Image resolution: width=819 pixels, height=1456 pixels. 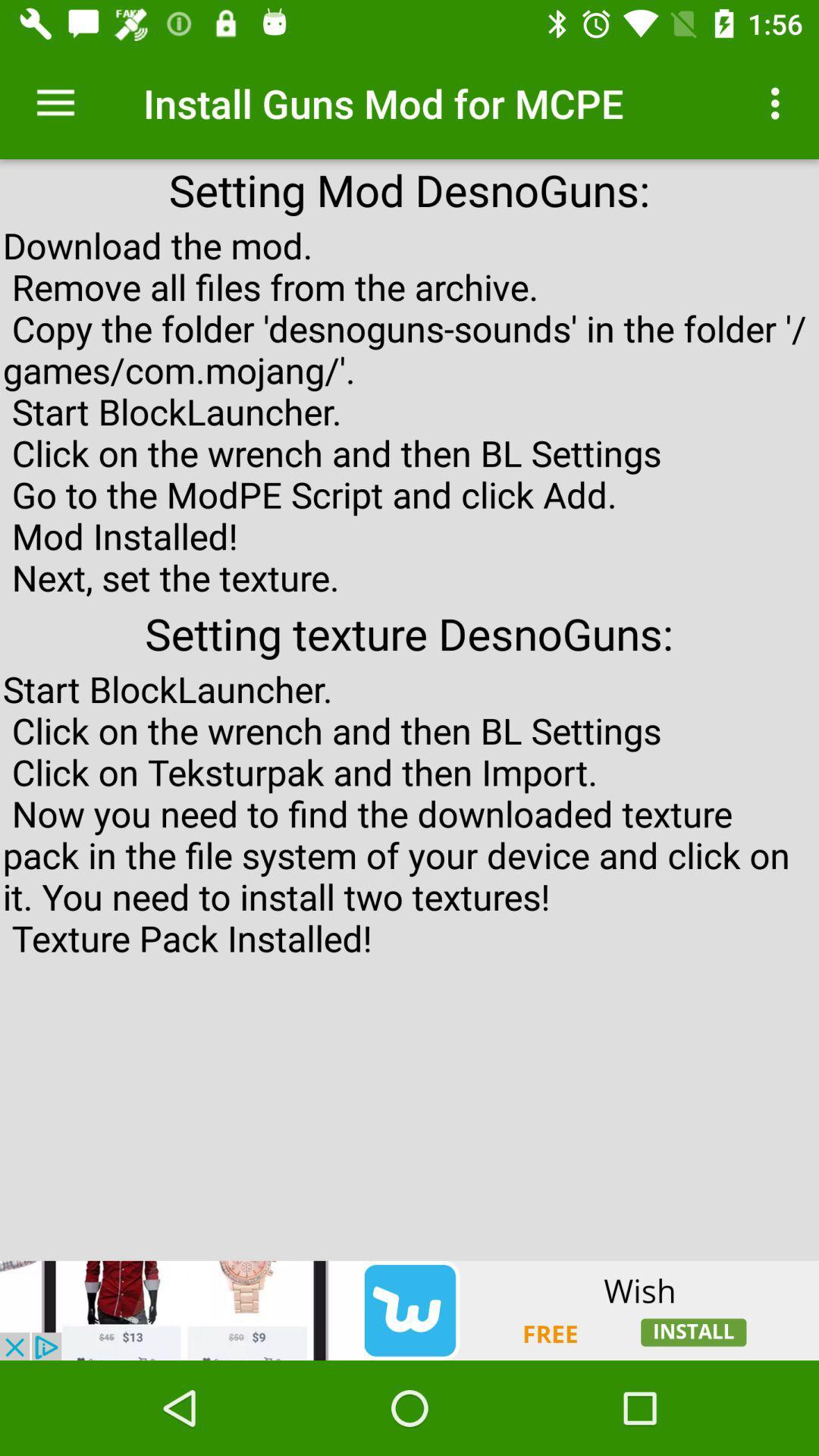 What do you see at coordinates (409, 1310) in the screenshot?
I see `advertisement banner` at bounding box center [409, 1310].